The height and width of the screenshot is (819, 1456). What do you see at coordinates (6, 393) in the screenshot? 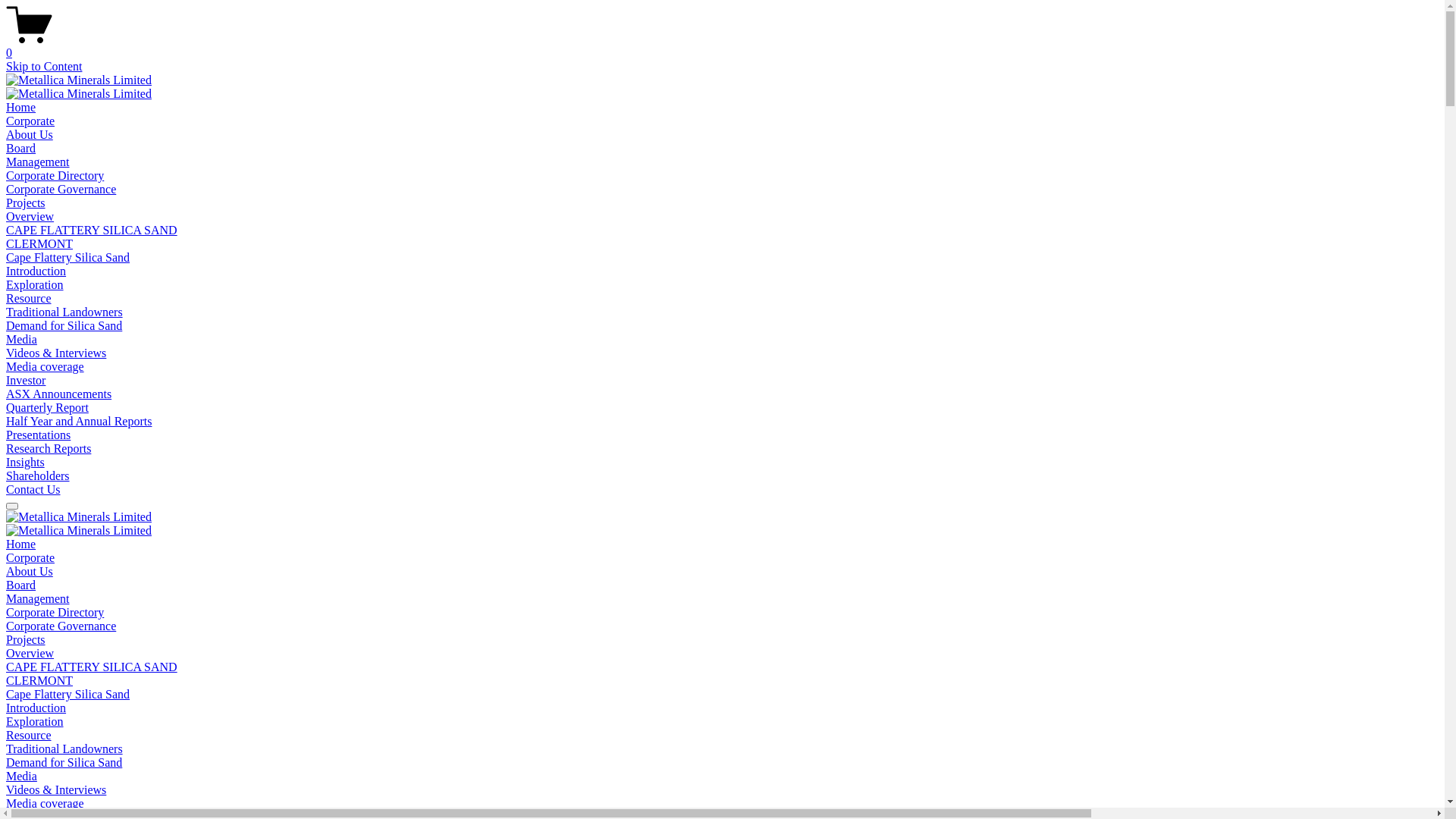
I see `'ASX Announcements'` at bounding box center [6, 393].